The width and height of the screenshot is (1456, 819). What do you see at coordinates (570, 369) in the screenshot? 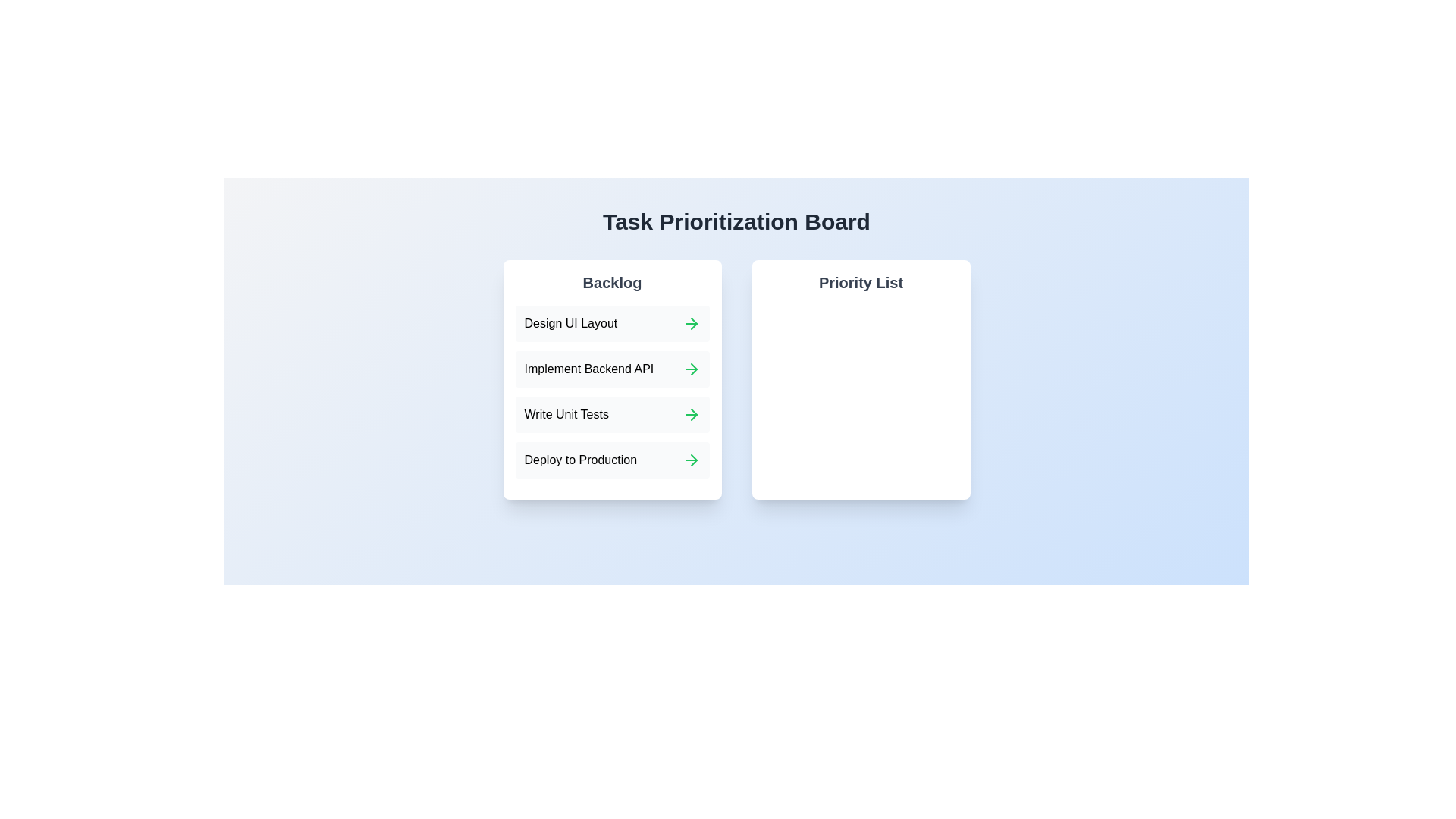
I see `the task 'Implement Backend API' in the Backlog section` at bounding box center [570, 369].